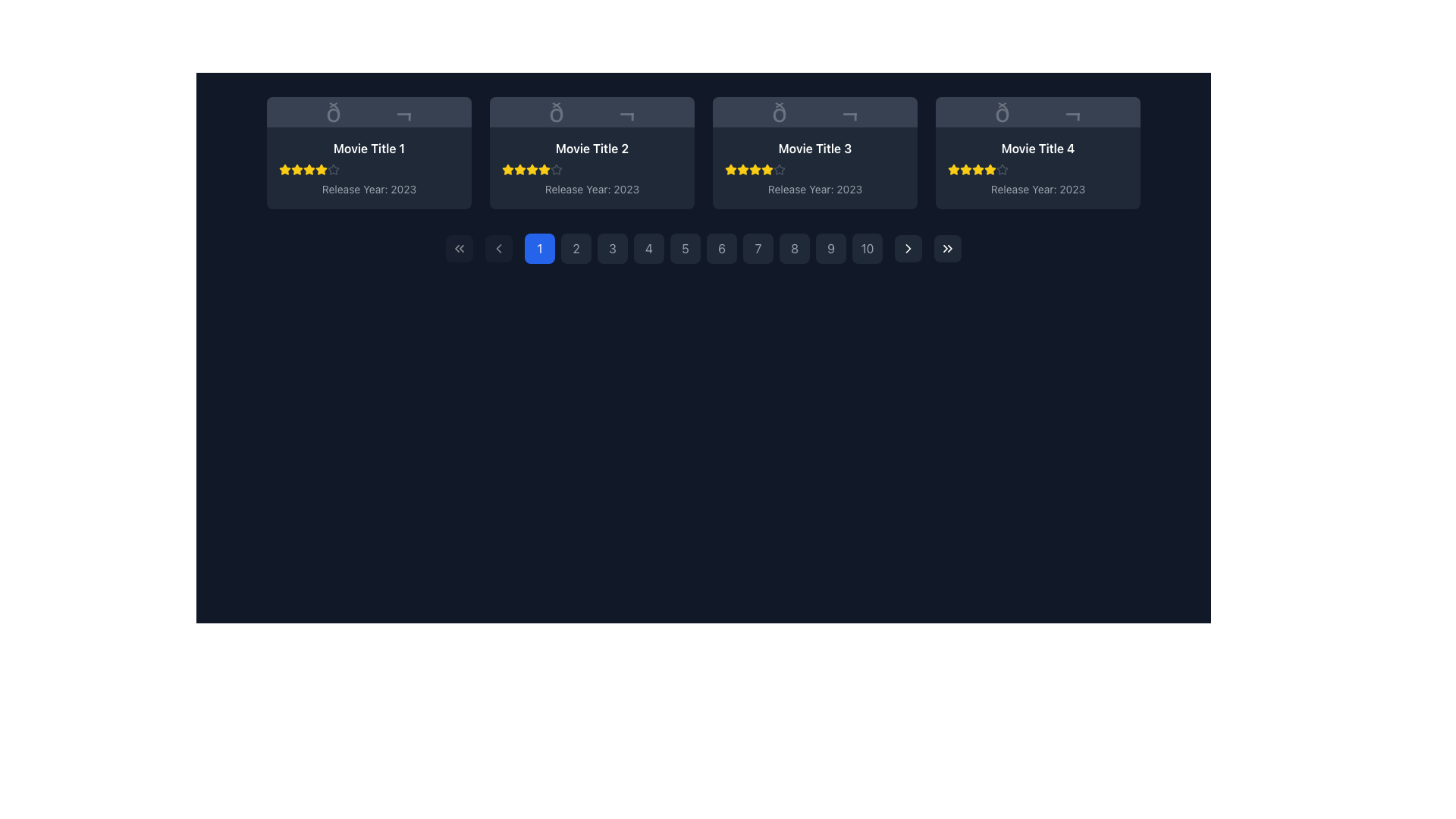 This screenshot has width=1456, height=819. Describe the element at coordinates (965, 169) in the screenshot. I see `the second star in the row of five stars on the rating bar of the fourth movie card titled 'Movie Title 4'` at that location.